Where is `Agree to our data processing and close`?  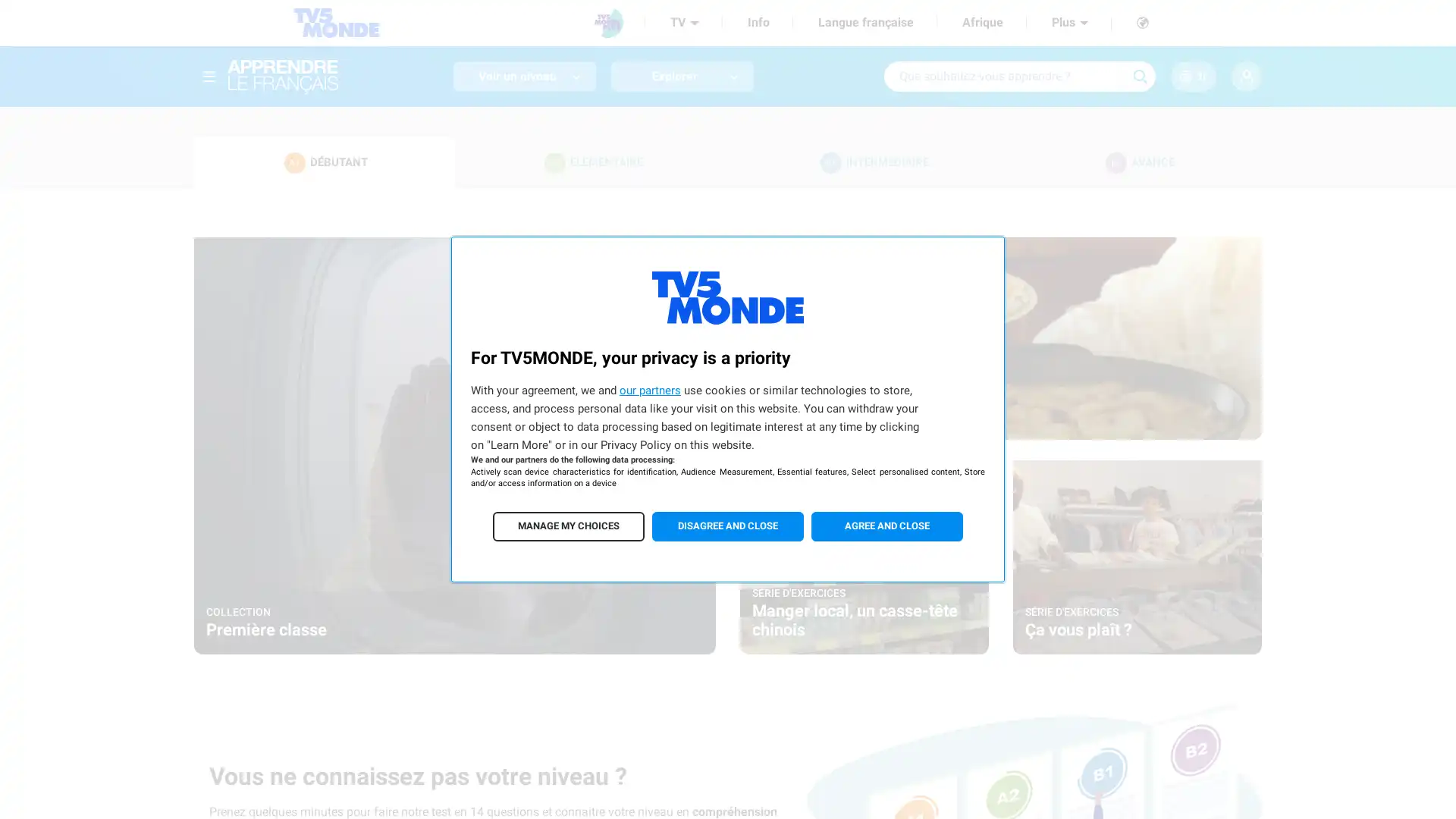
Agree to our data processing and close is located at coordinates (887, 526).